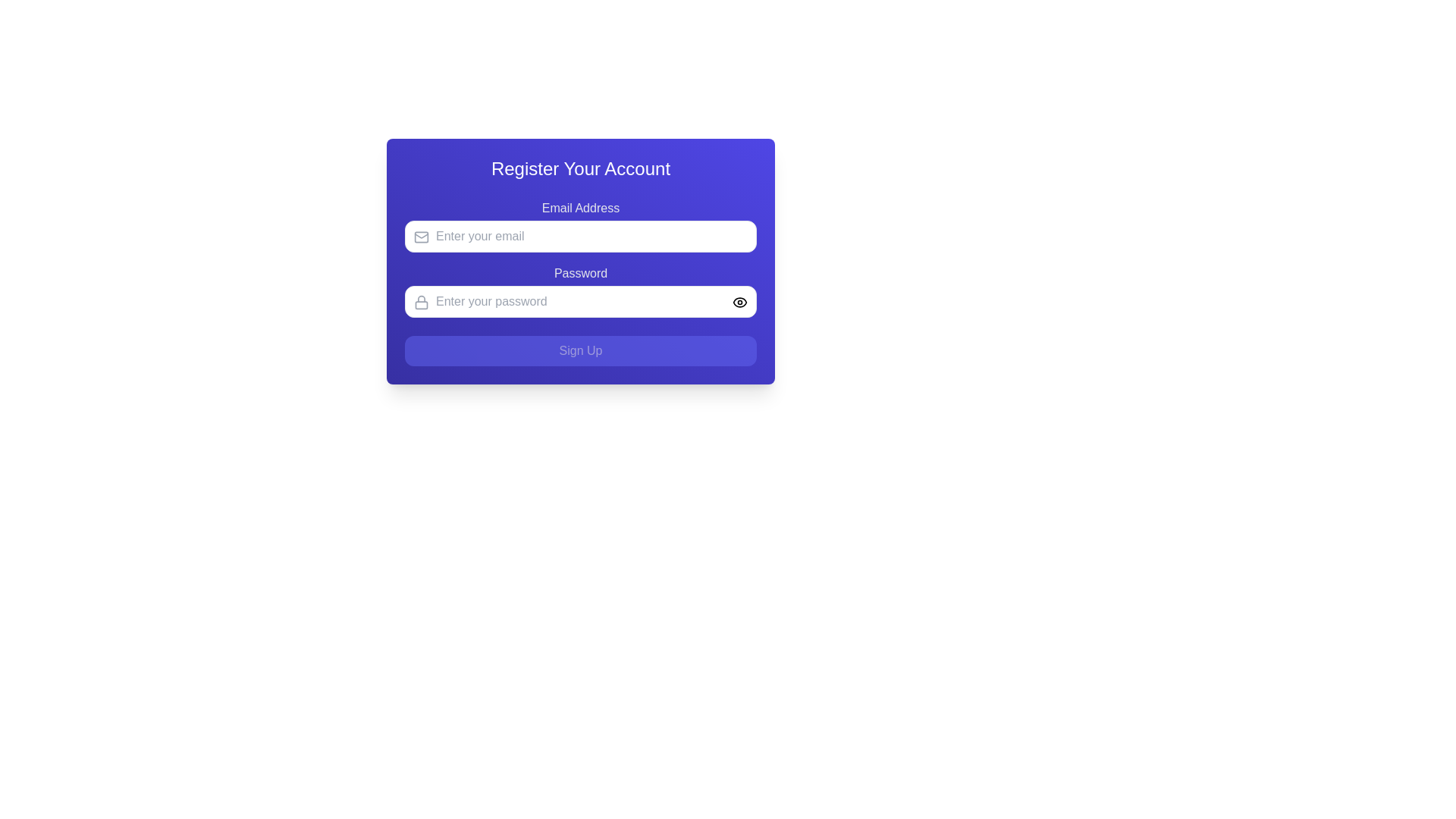 This screenshot has height=819, width=1456. I want to click on the heading element that serves as the title for the registration form, located at the top section of the card layout, so click(580, 169).